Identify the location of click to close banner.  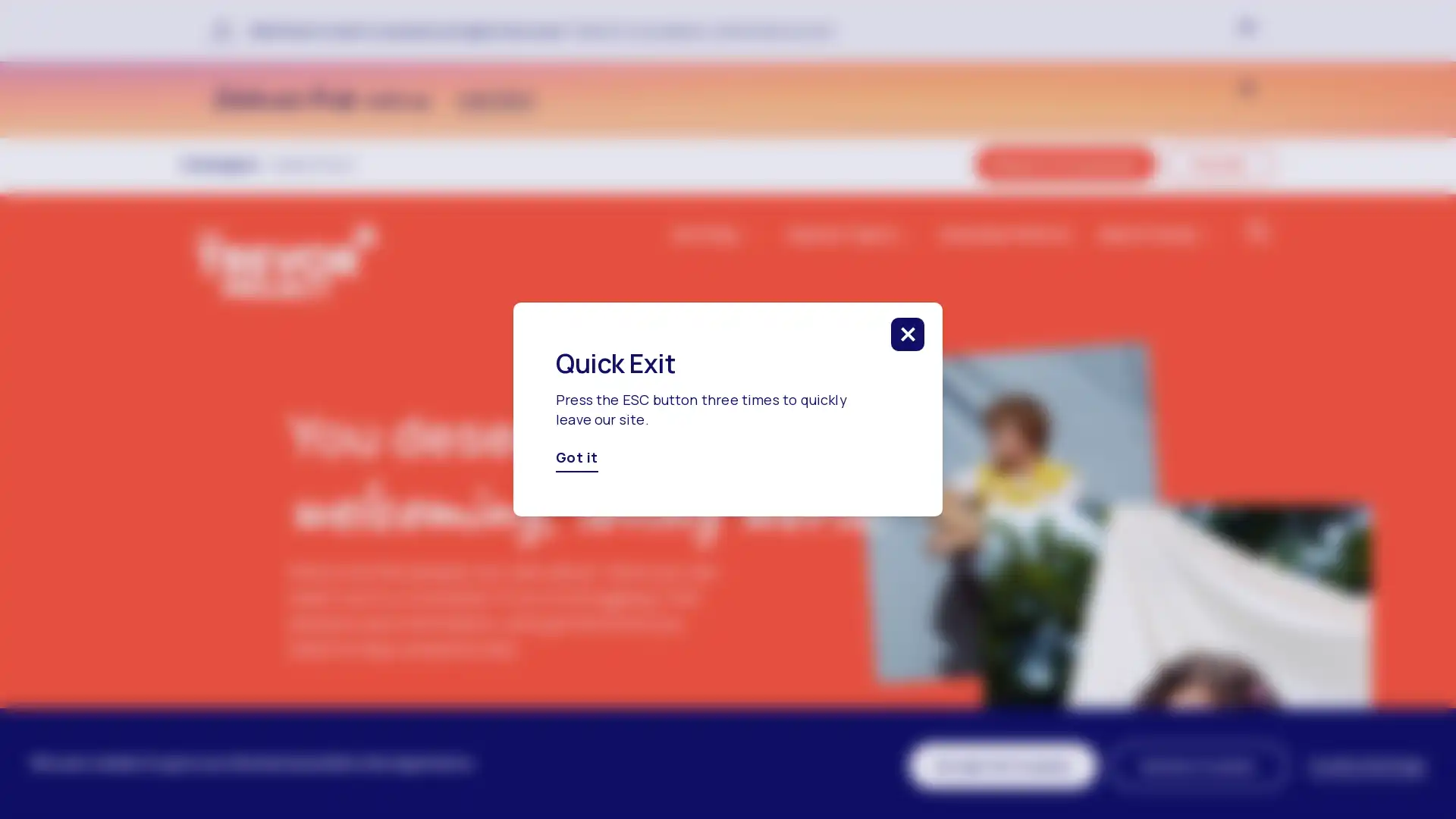
(1246, 88).